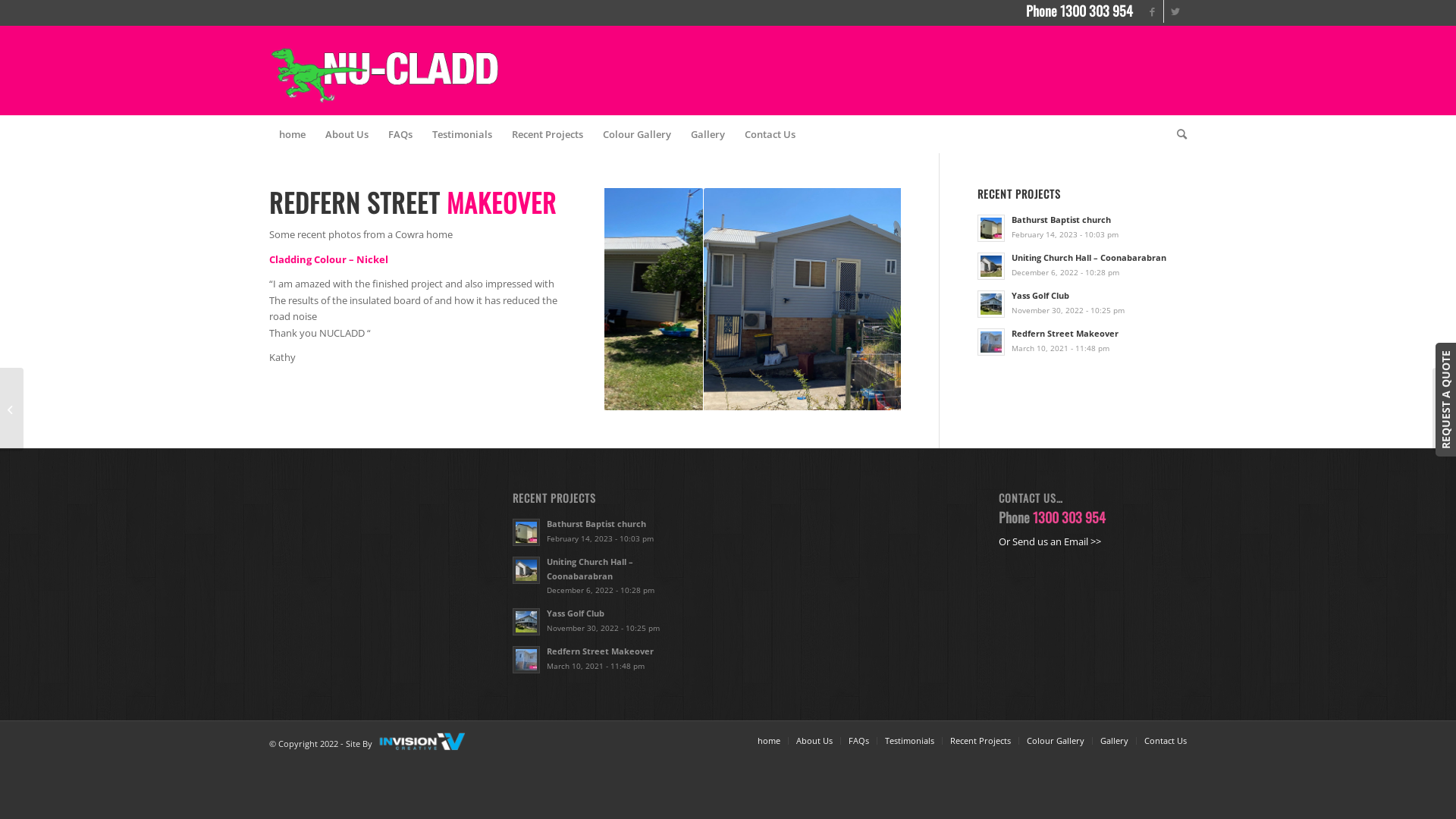 The height and width of the screenshot is (819, 1456). Describe the element at coordinates (1081, 227) in the screenshot. I see `'Bathurst Baptist church` at that location.